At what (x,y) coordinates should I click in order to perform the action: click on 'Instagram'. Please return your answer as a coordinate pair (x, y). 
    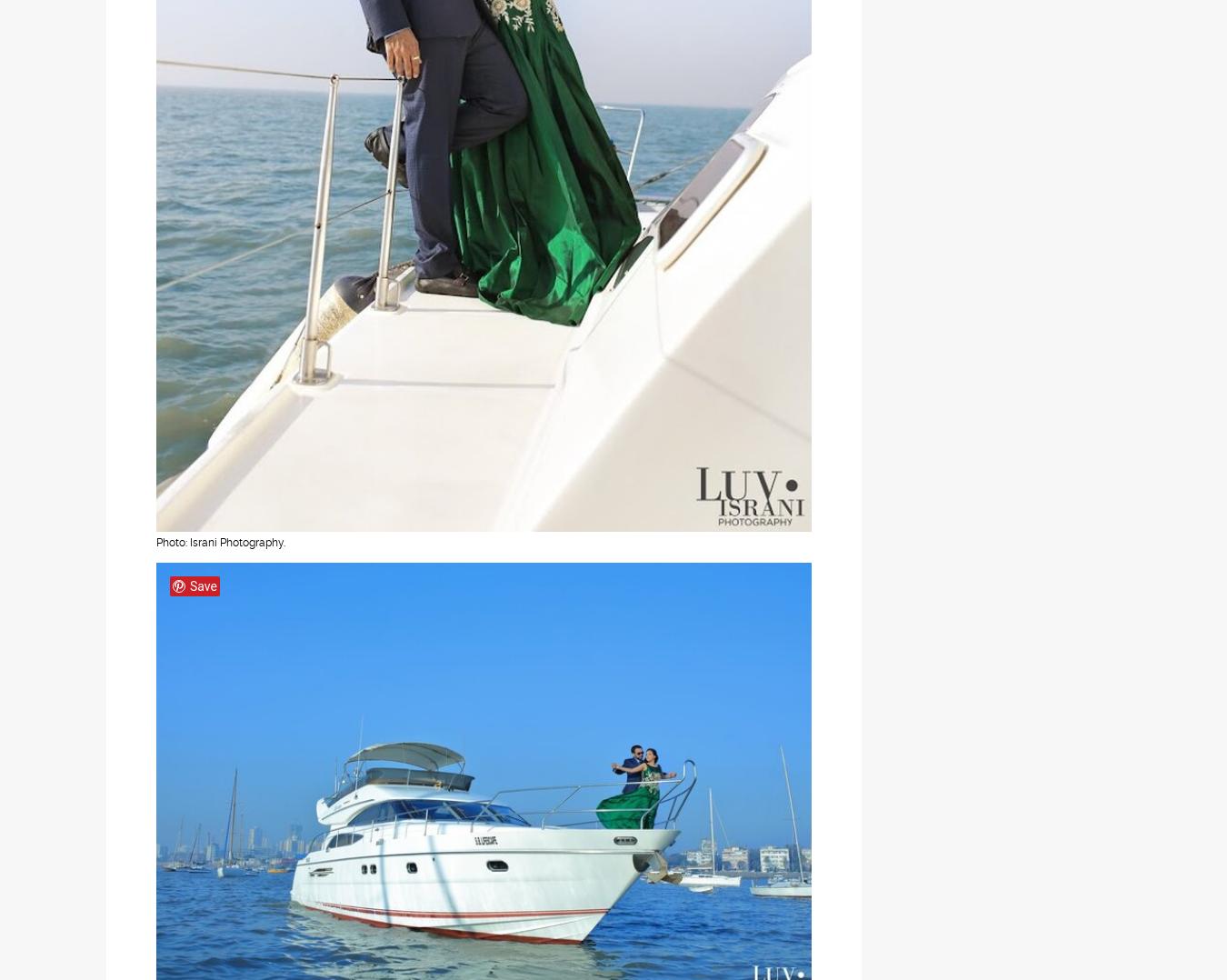
    Looking at the image, I should click on (738, 575).